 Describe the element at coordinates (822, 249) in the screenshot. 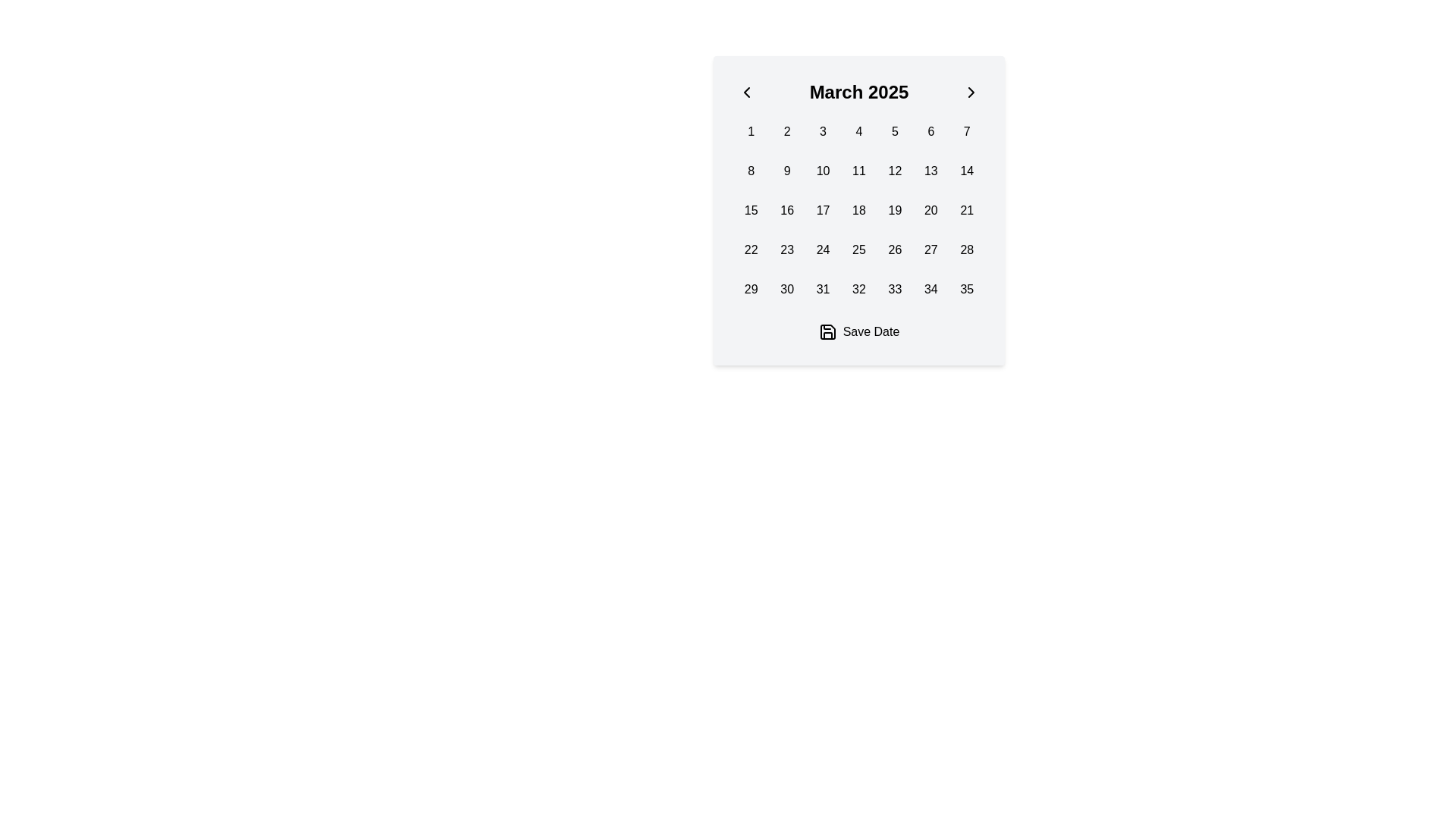

I see `the selectable date button located in the fourth row and third column of the calendar layout` at that location.